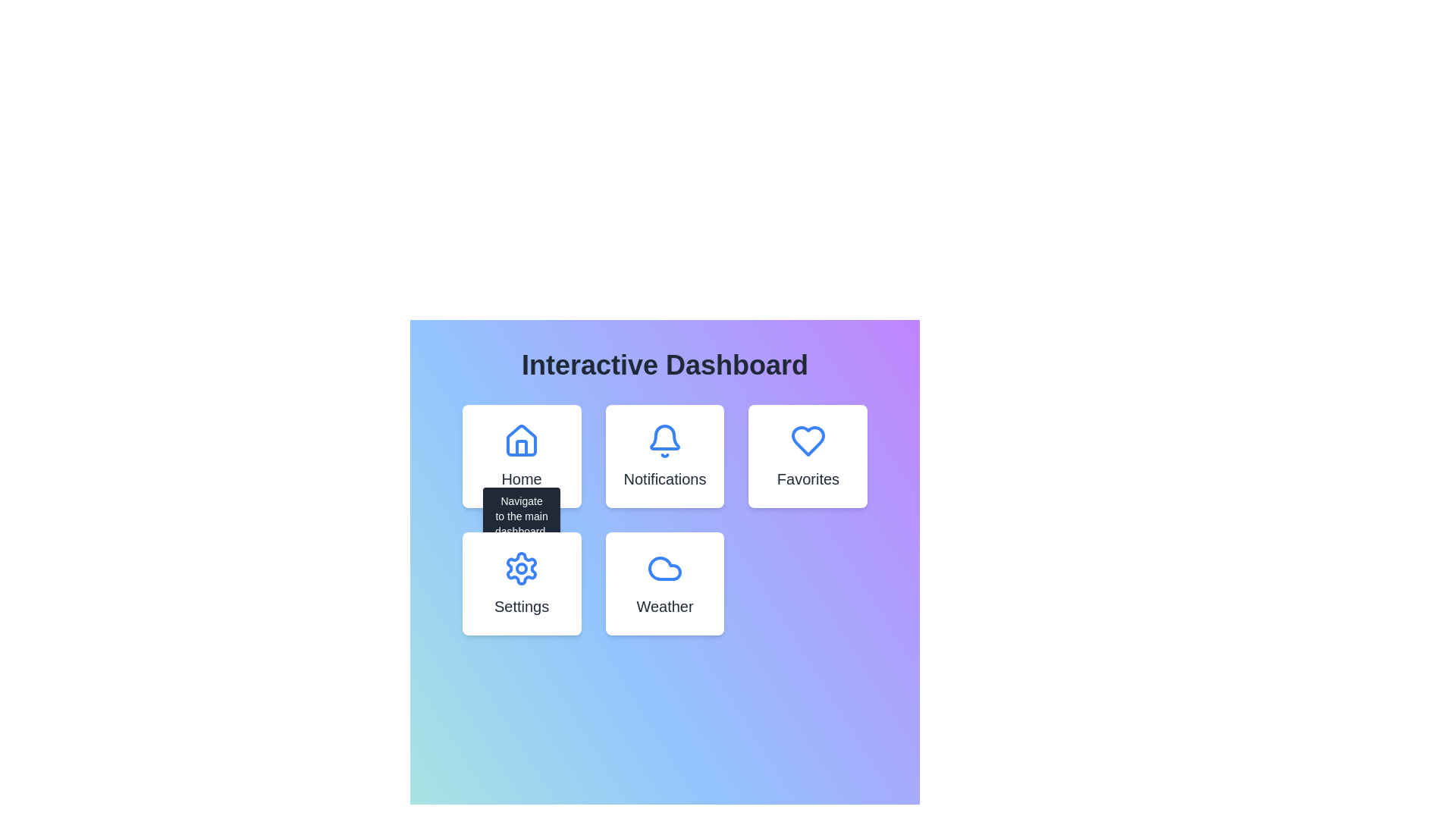  Describe the element at coordinates (665, 441) in the screenshot. I see `the blue bell-shaped icon located in the upper middle section of the dashboard interface` at that location.